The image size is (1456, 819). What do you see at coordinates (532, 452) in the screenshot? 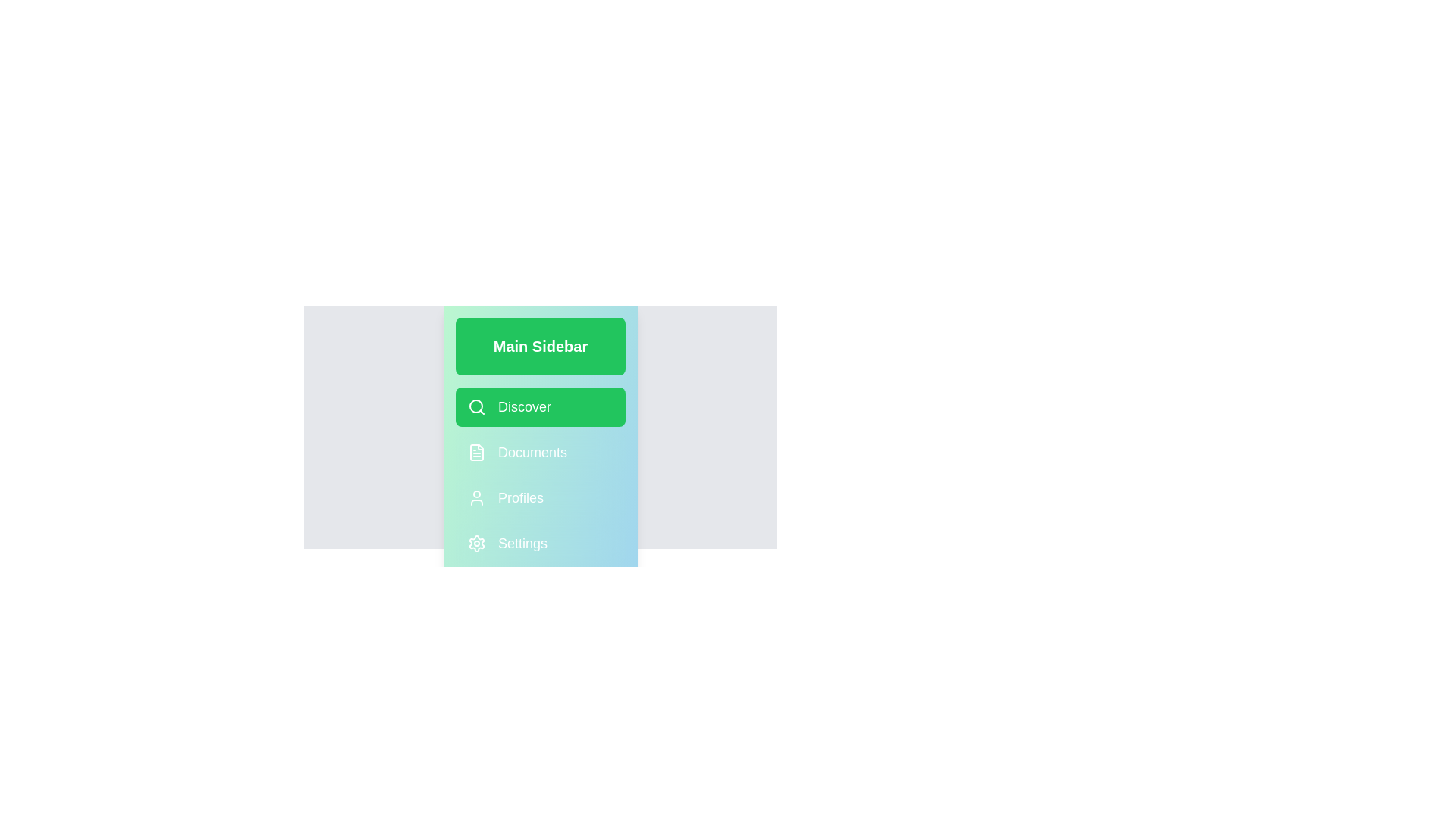
I see `the text label reading 'Documents', which is styled with a white font color and positioned in the vertical sidebar menu under the 'Discover' item` at bounding box center [532, 452].